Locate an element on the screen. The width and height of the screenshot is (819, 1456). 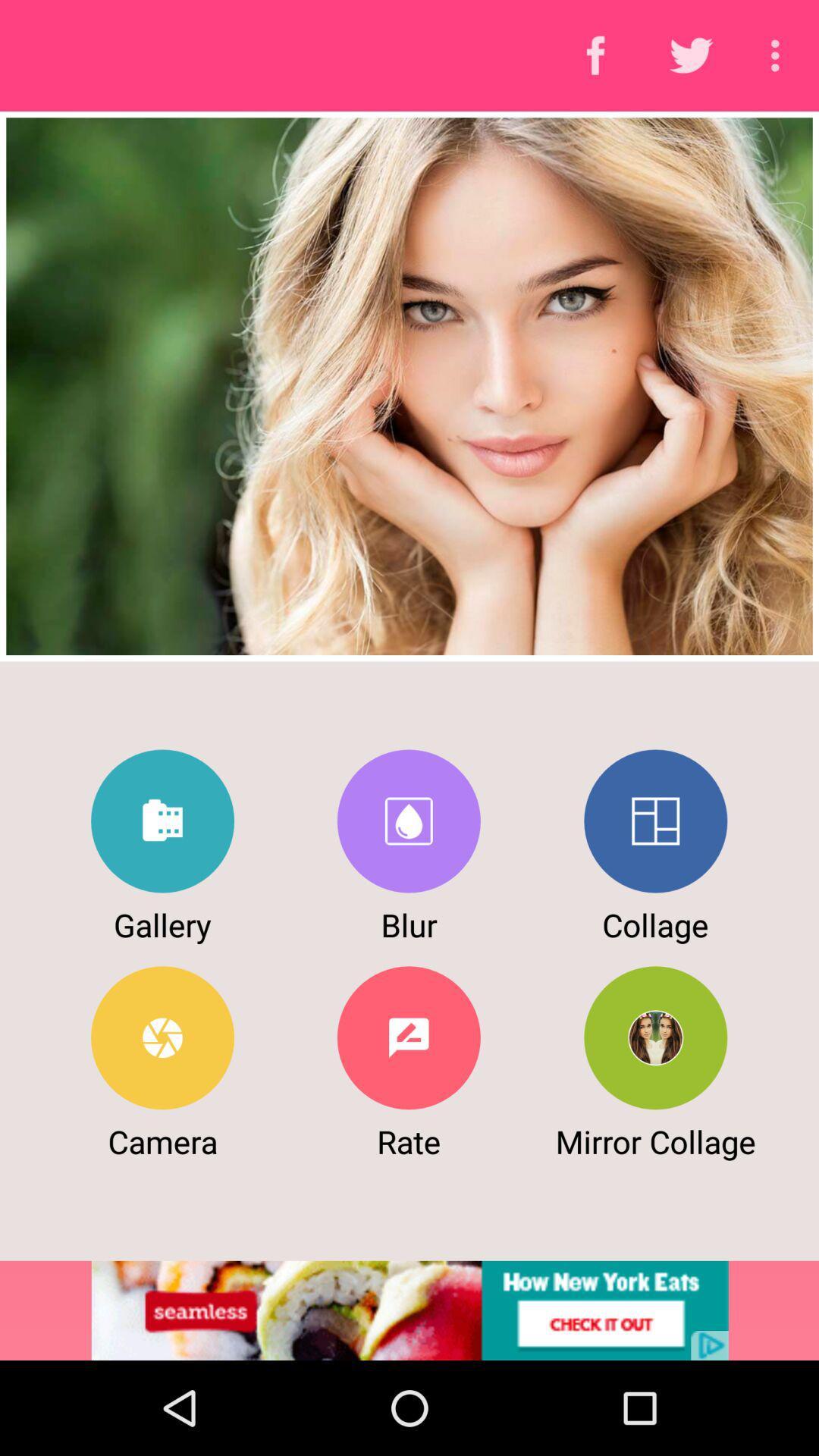
collage button is located at coordinates (654, 821).